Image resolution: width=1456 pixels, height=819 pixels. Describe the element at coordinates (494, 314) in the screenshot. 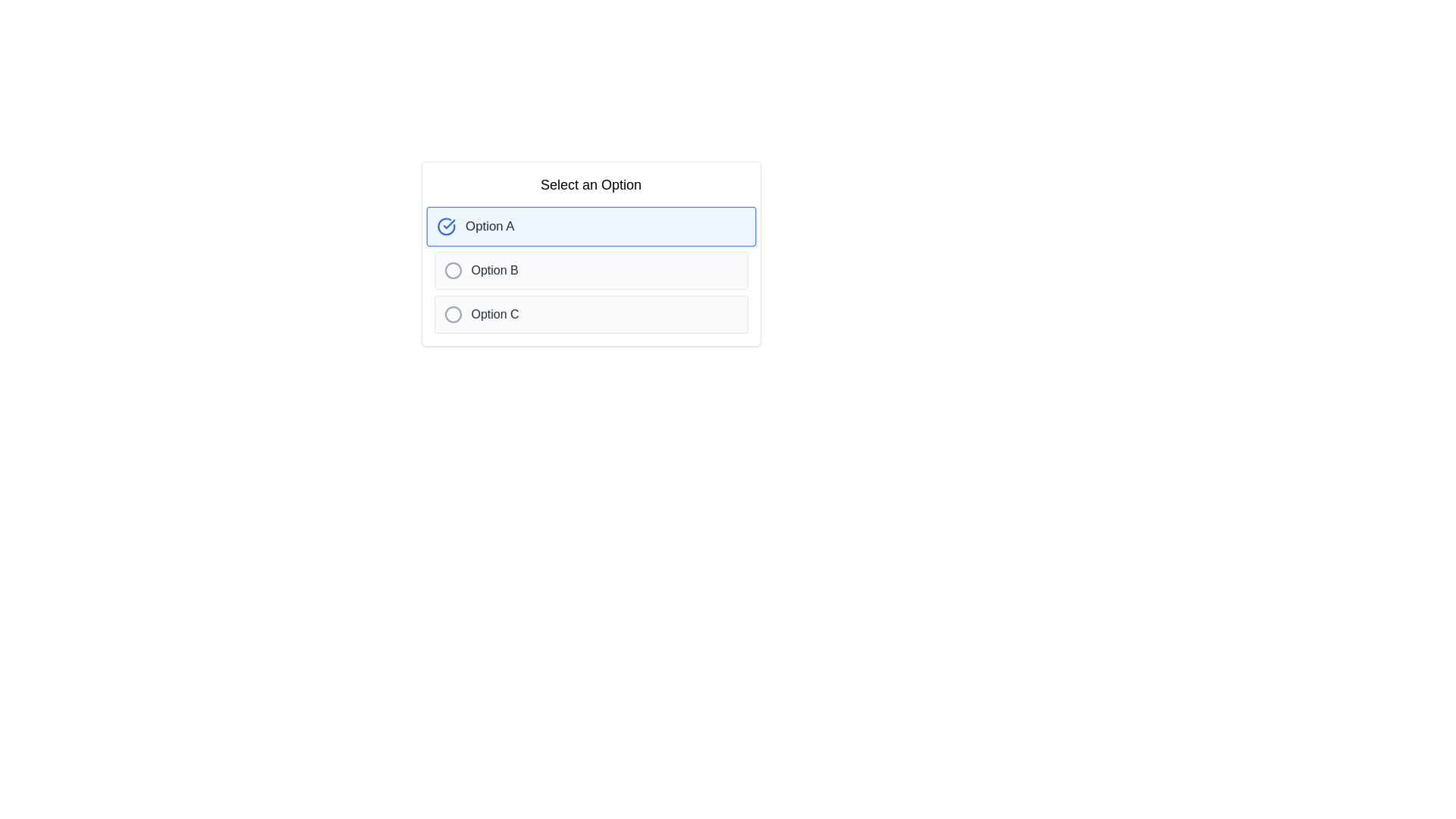

I see `text label displaying 'Option C' which is styled in gray color and medium-weight font, positioned on the right side of a circular selection indicator` at that location.